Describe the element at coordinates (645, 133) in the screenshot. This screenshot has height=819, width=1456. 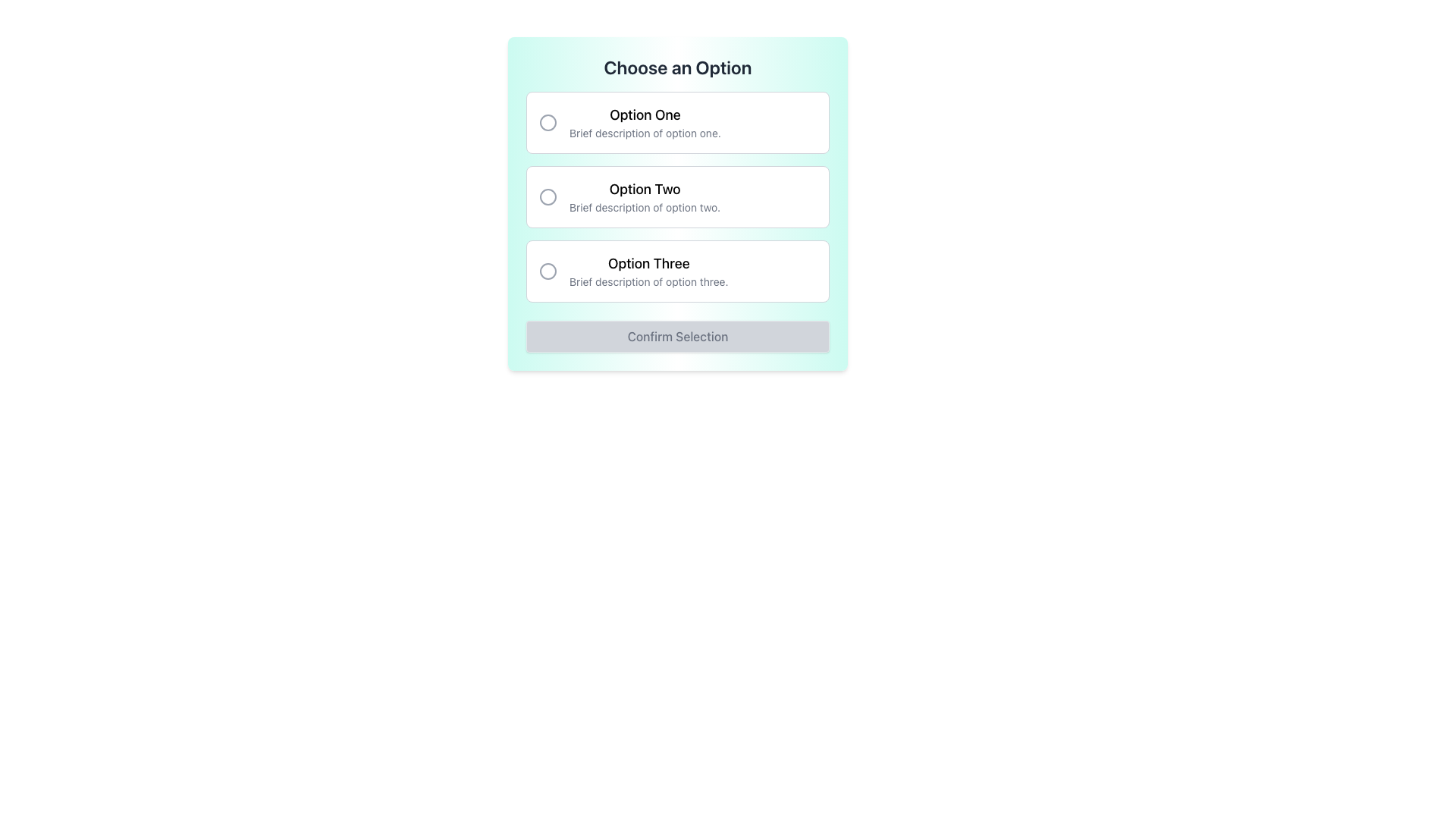
I see `the text label reading 'Brief description of option one.' which is positioned beneath the title 'Option One' in the first option card` at that location.